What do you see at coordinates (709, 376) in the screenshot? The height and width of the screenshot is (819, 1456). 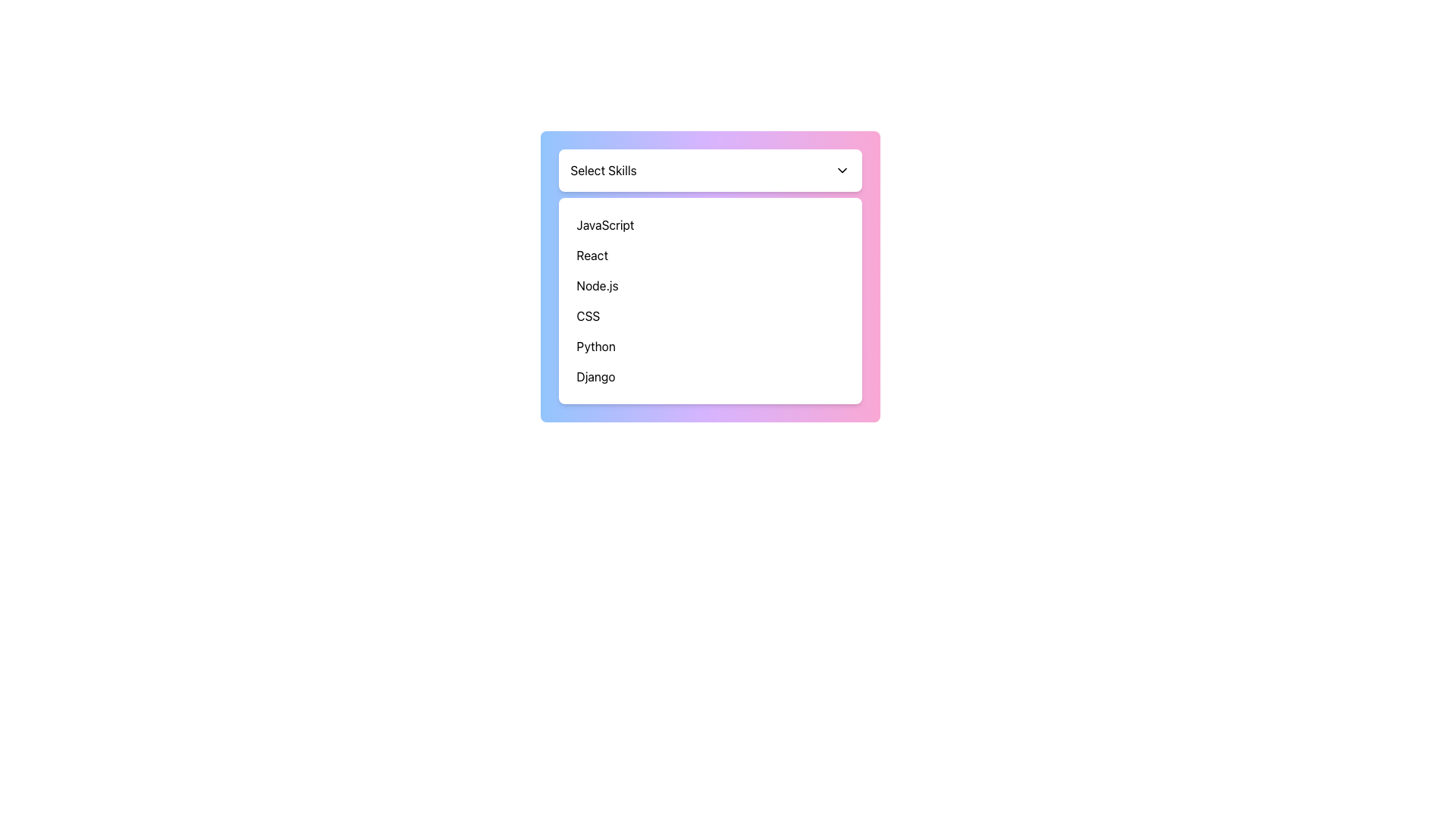 I see `the last item in the dropdown menu titled 'Select Skills'` at bounding box center [709, 376].